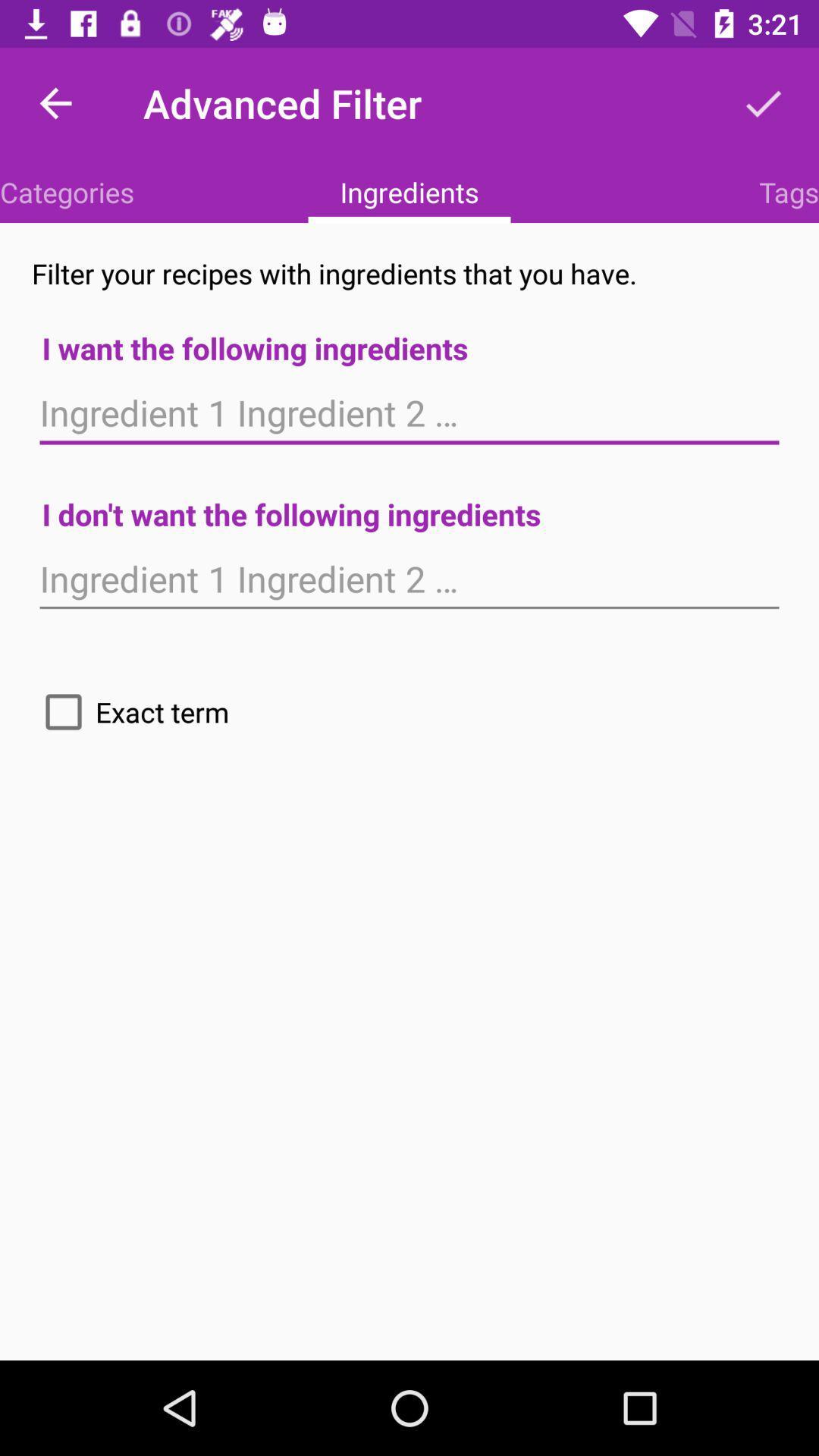 This screenshot has height=1456, width=819. What do you see at coordinates (763, 102) in the screenshot?
I see `item next to the advanced filter` at bounding box center [763, 102].